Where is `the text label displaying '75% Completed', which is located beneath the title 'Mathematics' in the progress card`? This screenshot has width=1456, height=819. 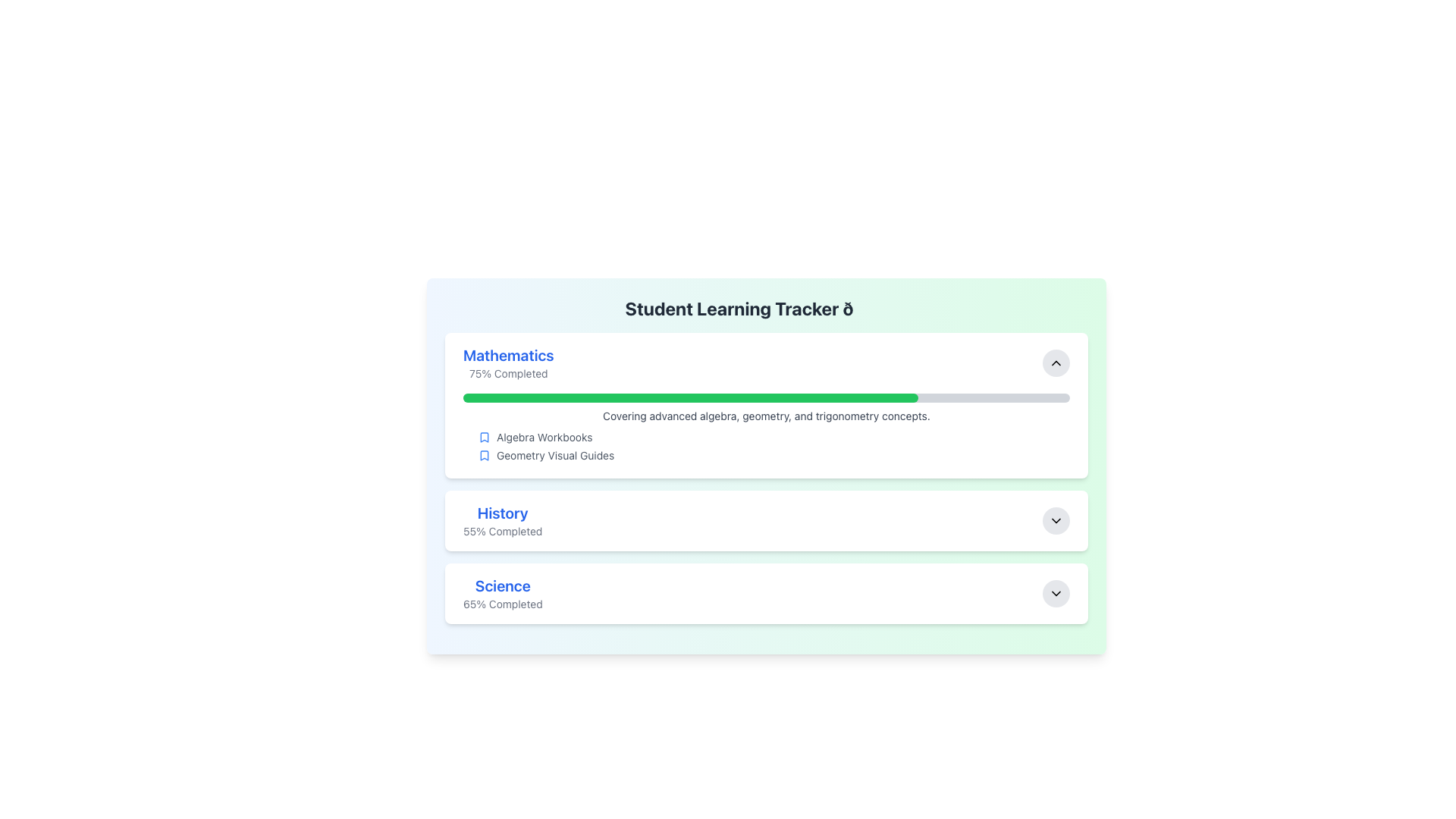 the text label displaying '75% Completed', which is located beneath the title 'Mathematics' in the progress card is located at coordinates (508, 374).